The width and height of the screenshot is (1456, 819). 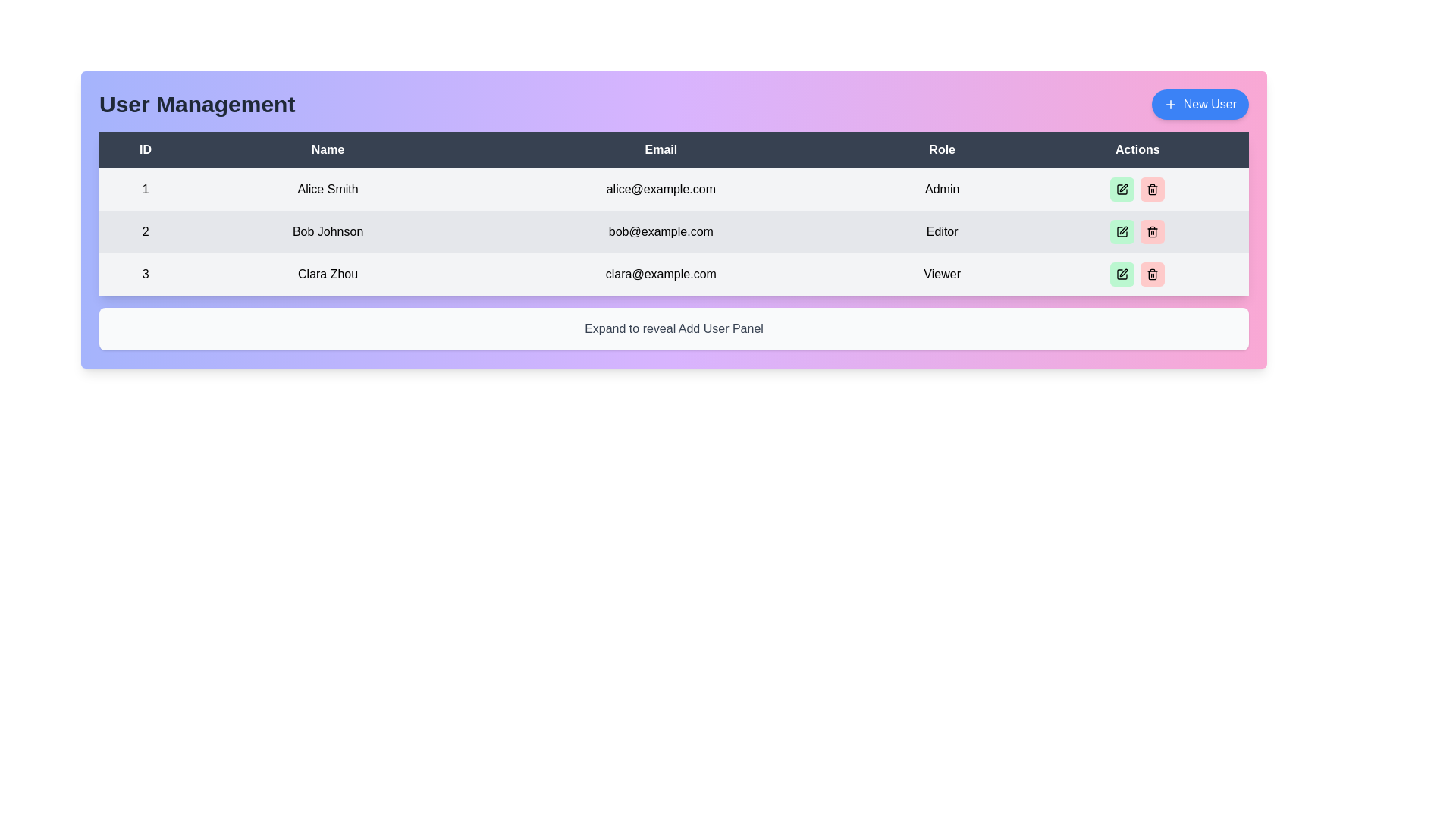 What do you see at coordinates (146, 149) in the screenshot?
I see `the 'ID' header label in the user management table, which is the first header cell styled with a bold font and located at the top-left corner` at bounding box center [146, 149].